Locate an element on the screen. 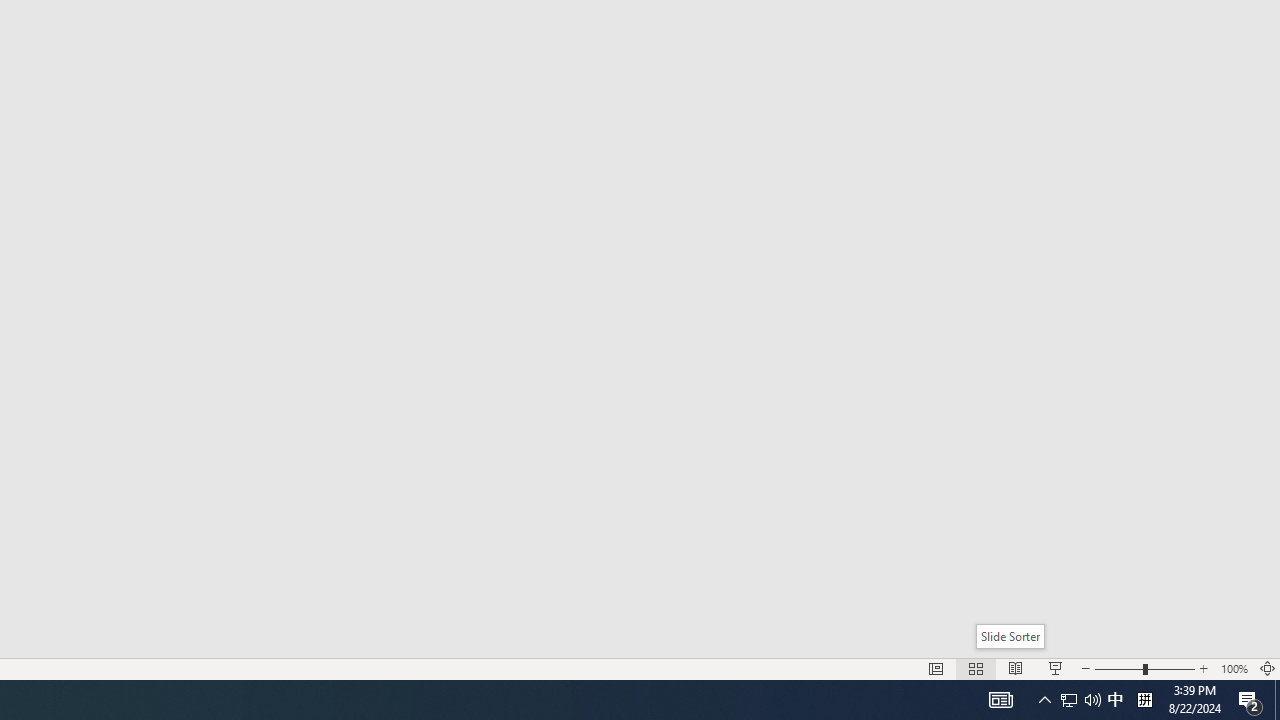 Image resolution: width=1280 pixels, height=720 pixels. 'Zoom Out' is located at coordinates (1117, 669).